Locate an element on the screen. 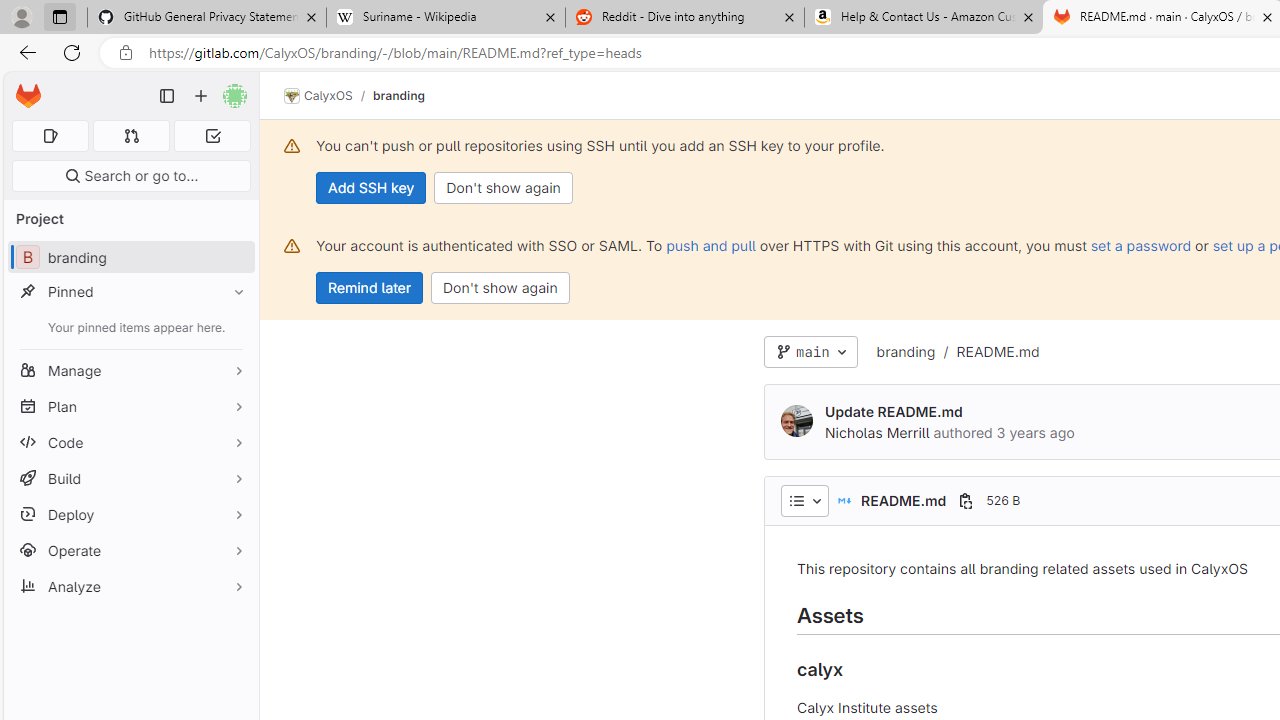 The height and width of the screenshot is (720, 1280). 'branding' is located at coordinates (904, 350).